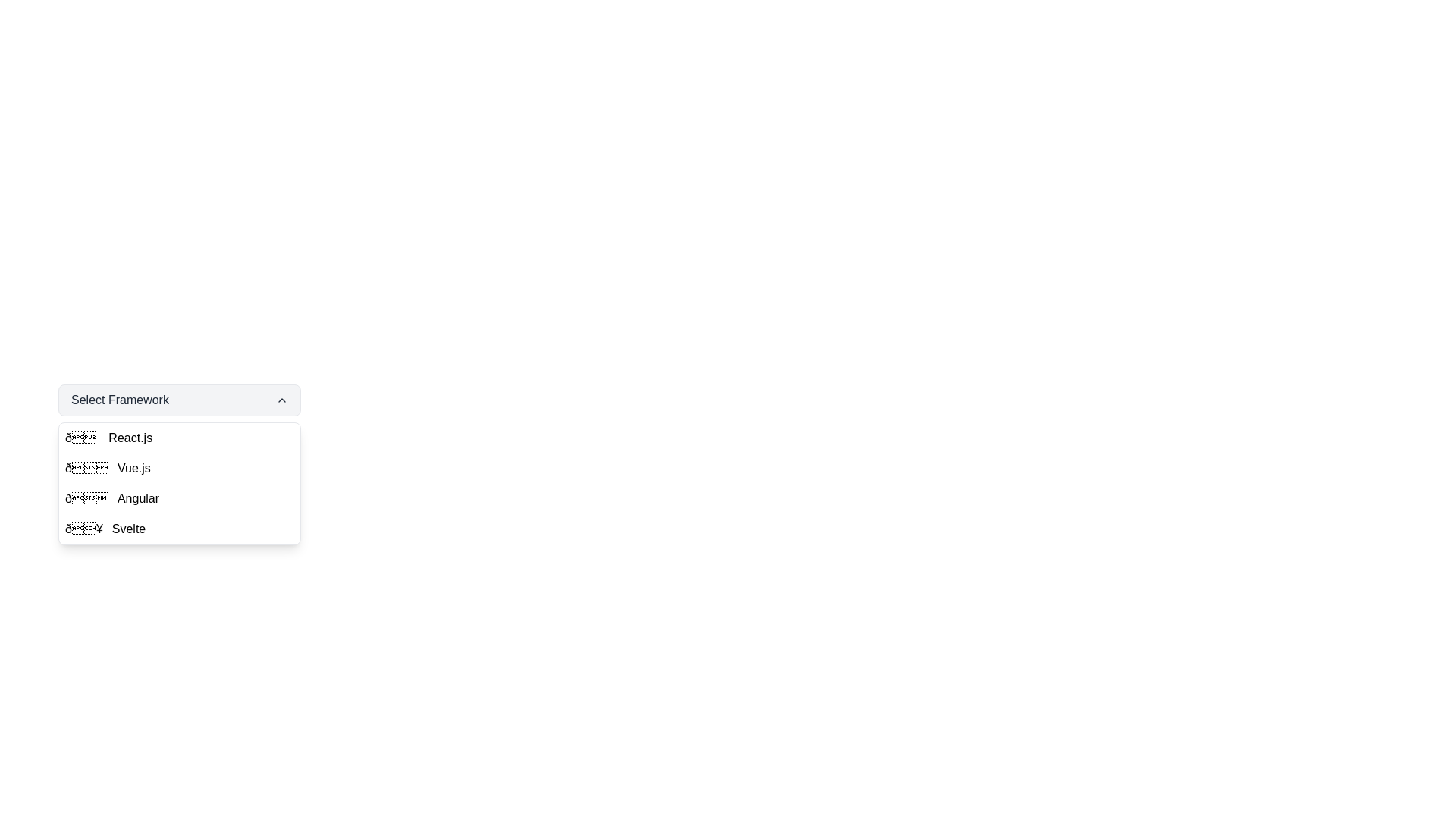 Image resolution: width=1456 pixels, height=819 pixels. Describe the element at coordinates (282, 400) in the screenshot. I see `the icon at the far-right side of the dropdown header box that signifies the collapsed state of the dropdown menu` at that location.